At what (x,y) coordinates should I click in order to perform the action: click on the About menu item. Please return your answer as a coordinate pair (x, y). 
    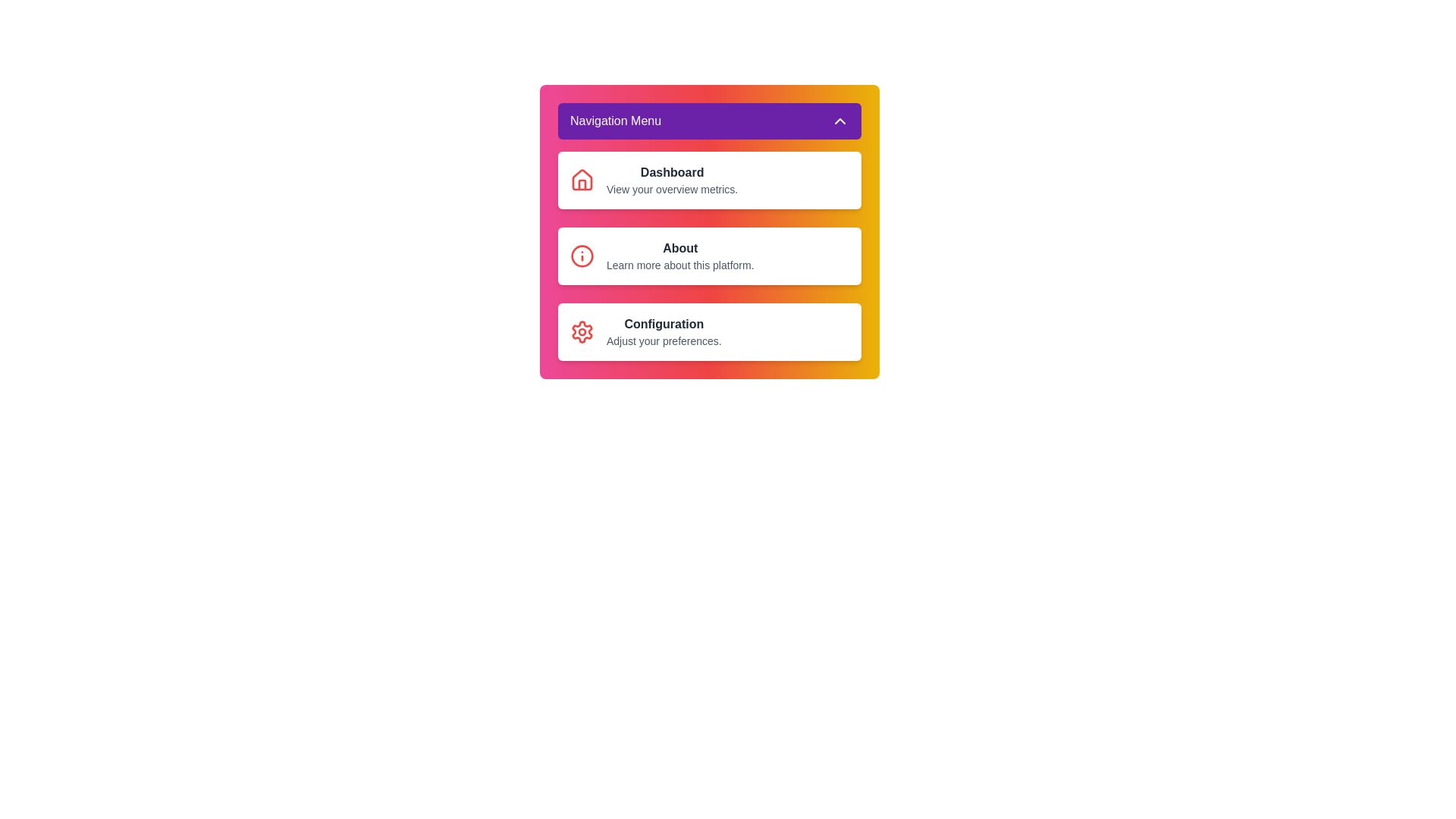
    Looking at the image, I should click on (709, 256).